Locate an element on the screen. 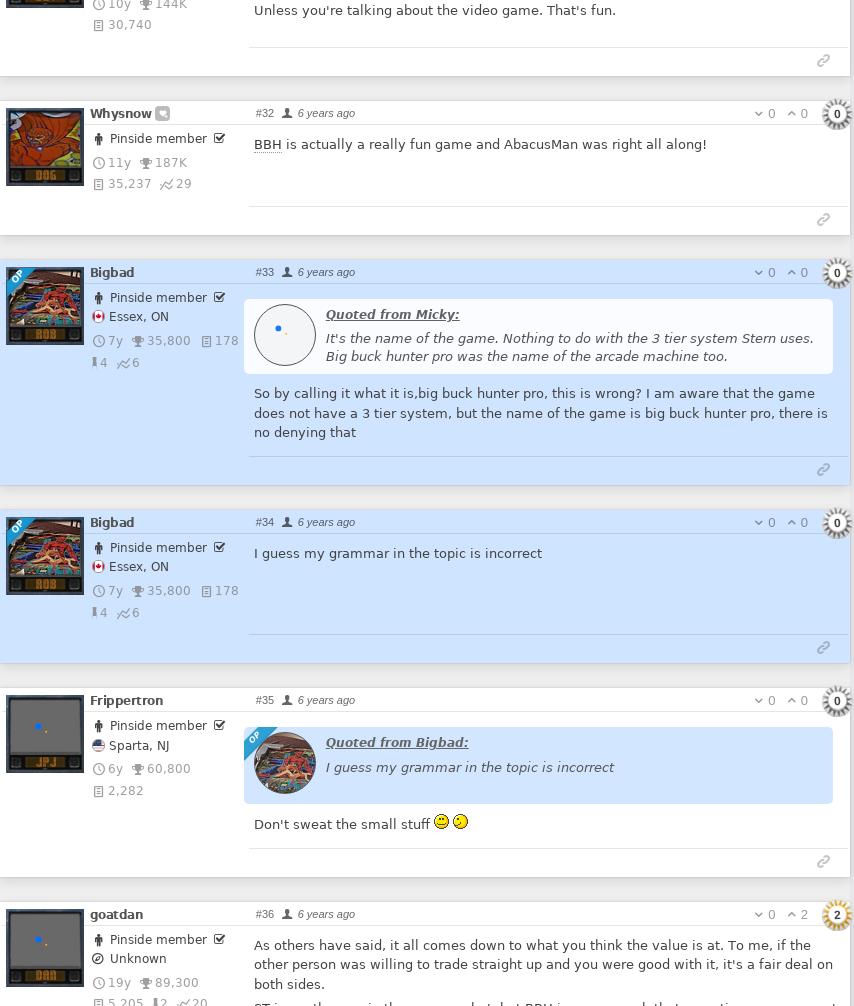 Image resolution: width=854 pixels, height=1006 pixels. '60,800' is located at coordinates (169, 767).